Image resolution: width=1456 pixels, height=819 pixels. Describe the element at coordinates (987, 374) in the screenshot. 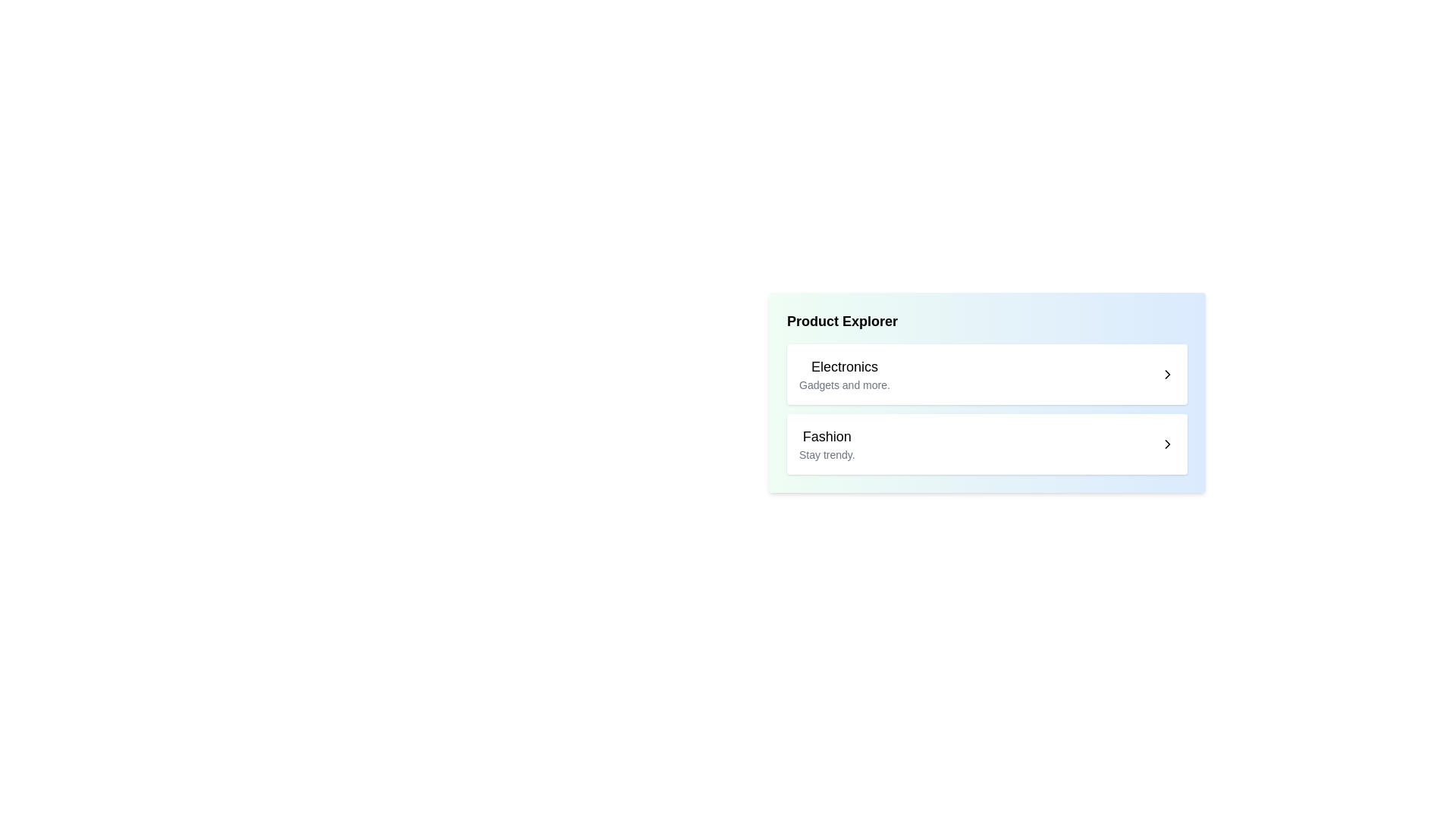

I see `the first list item labeled 'Electronics'` at that location.